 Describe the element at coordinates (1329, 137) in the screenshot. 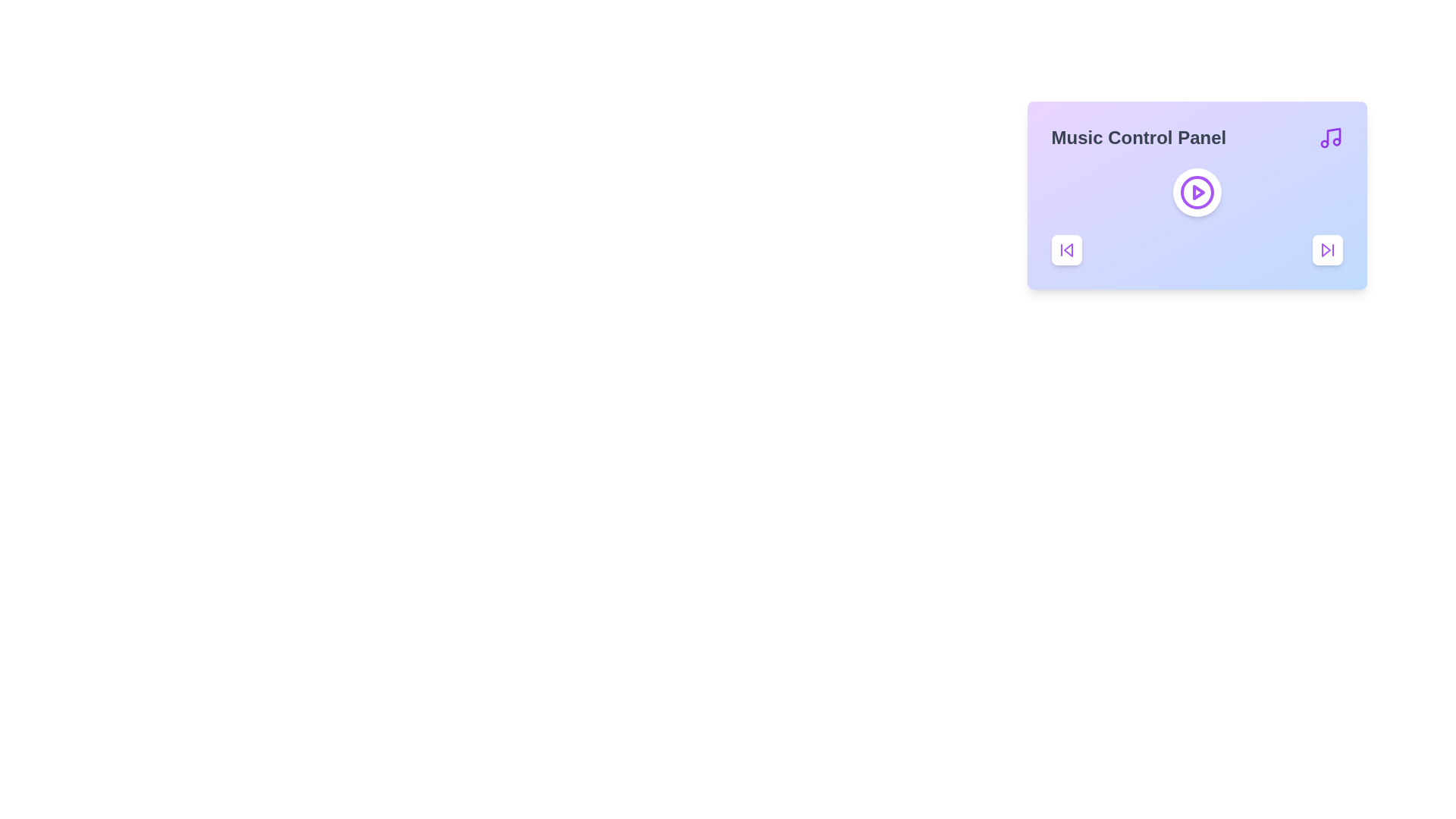

I see `the music-related icon located at the top-right corner of the 'Music Control Panel', which is positioned to the right of the title text` at that location.